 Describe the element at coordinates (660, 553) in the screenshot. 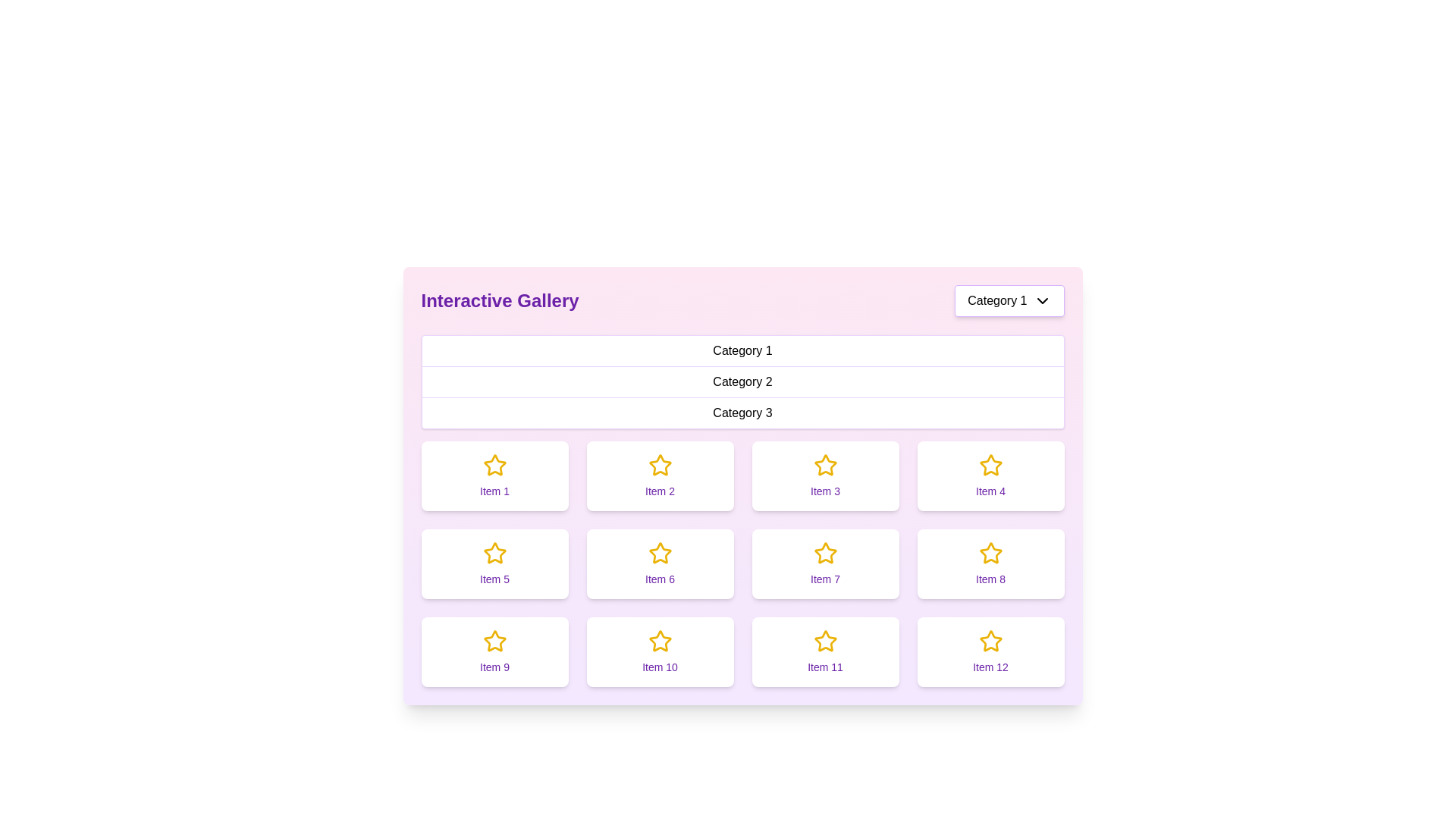

I see `the rating icon inside the card labeled 'Item 6' in the 'Interactive Gallery' section` at that location.